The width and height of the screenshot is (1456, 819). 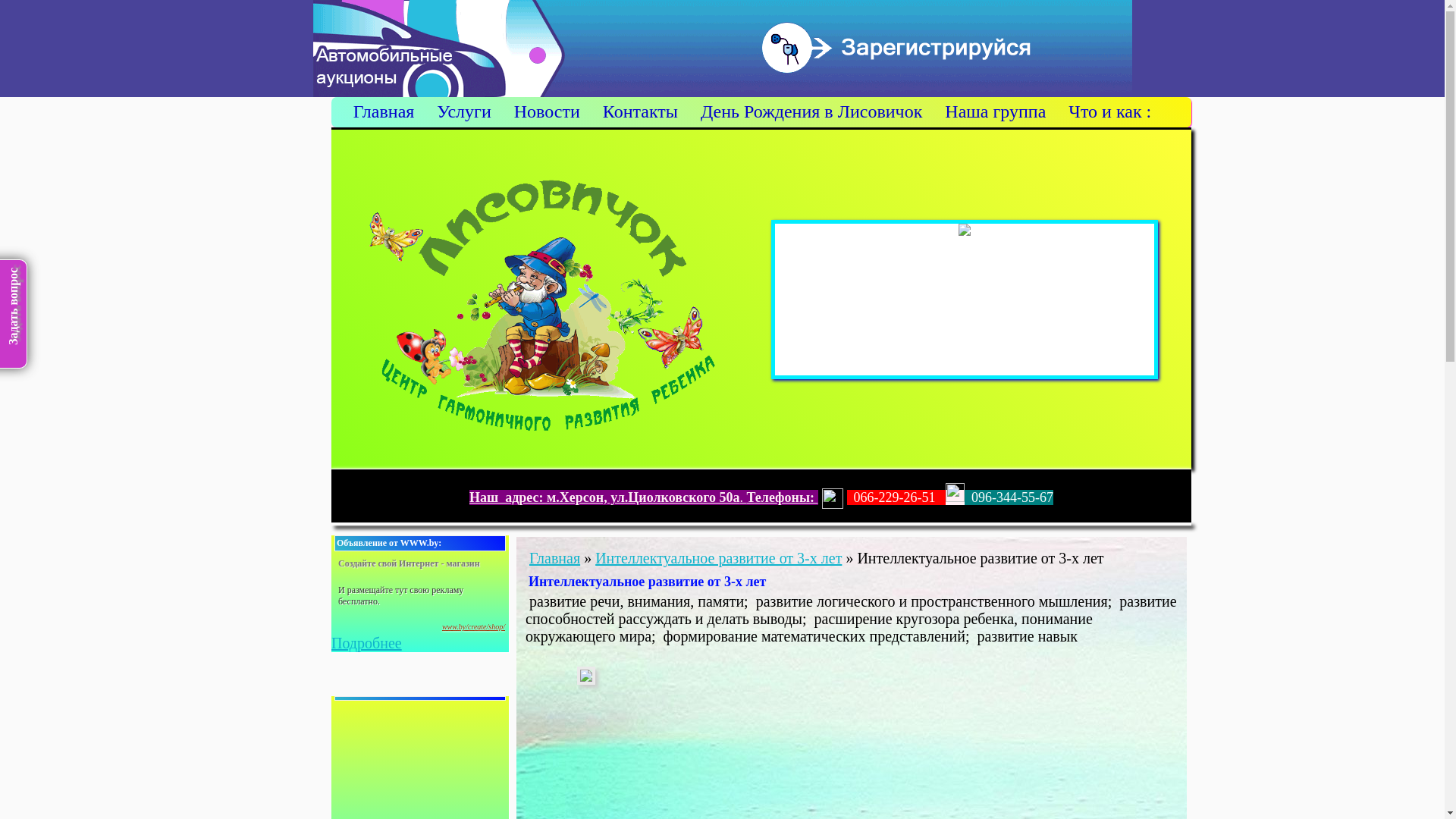 I want to click on 'www.by/create/shop/', so click(x=472, y=626).